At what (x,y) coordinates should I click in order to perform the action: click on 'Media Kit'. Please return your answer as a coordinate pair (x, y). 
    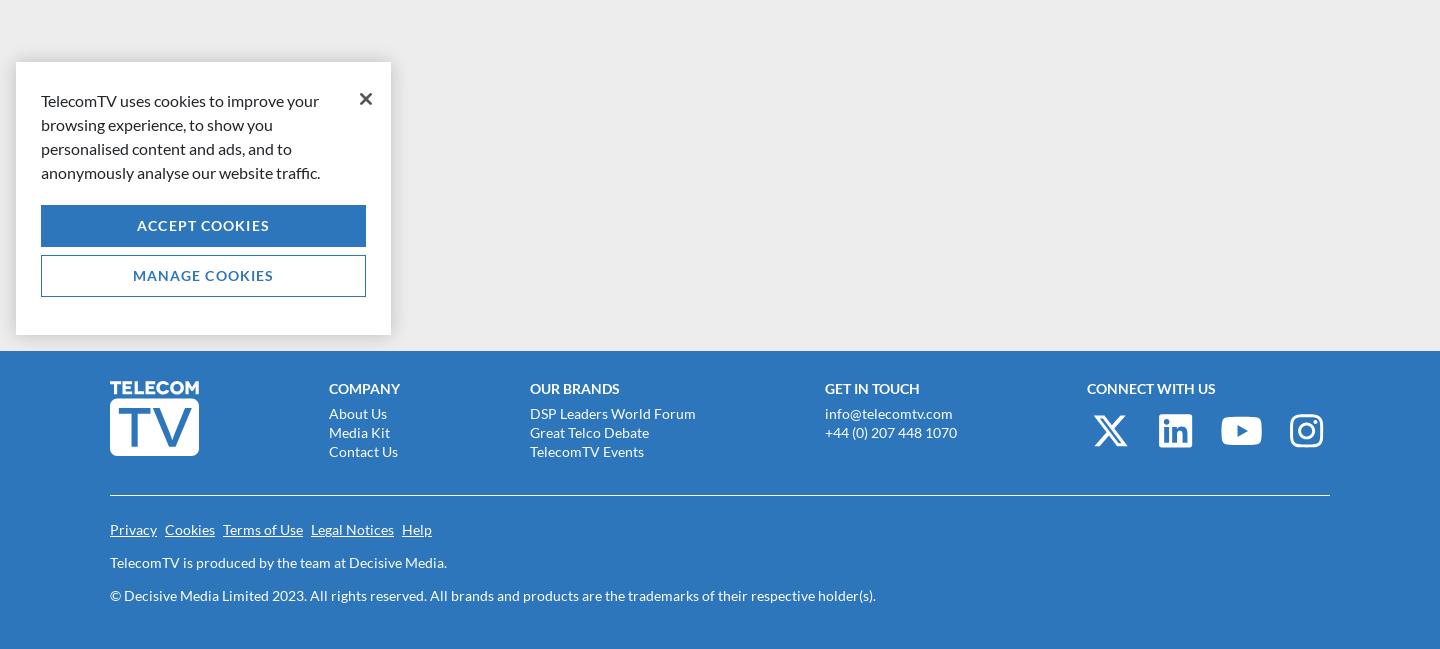
    Looking at the image, I should click on (359, 430).